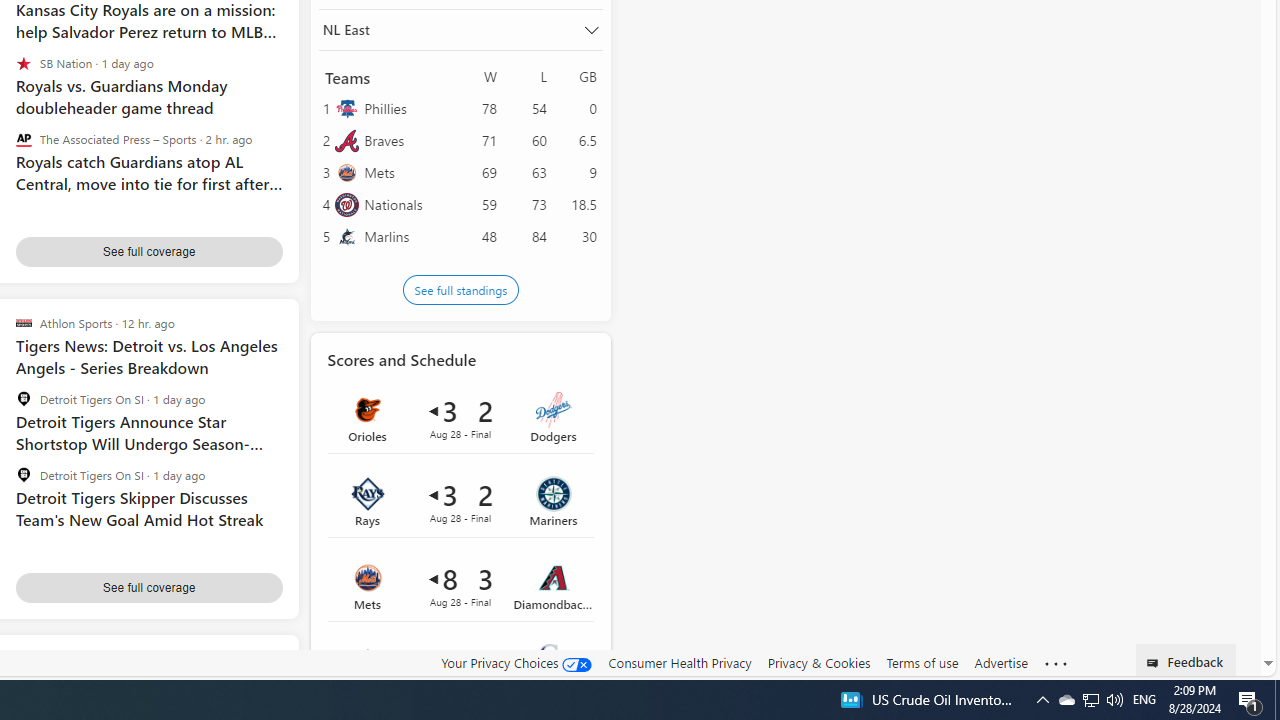  What do you see at coordinates (459, 29) in the screenshot?
I see `'NL East'` at bounding box center [459, 29].